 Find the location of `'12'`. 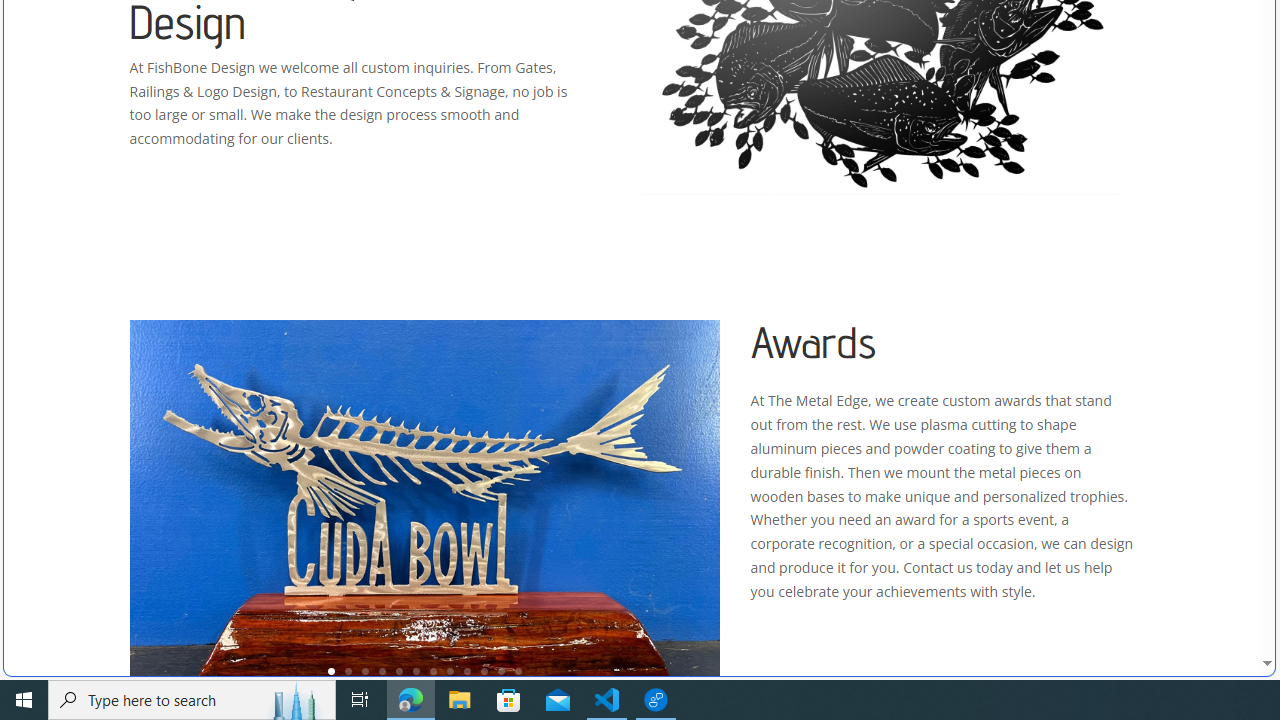

'12' is located at coordinates (518, 671).